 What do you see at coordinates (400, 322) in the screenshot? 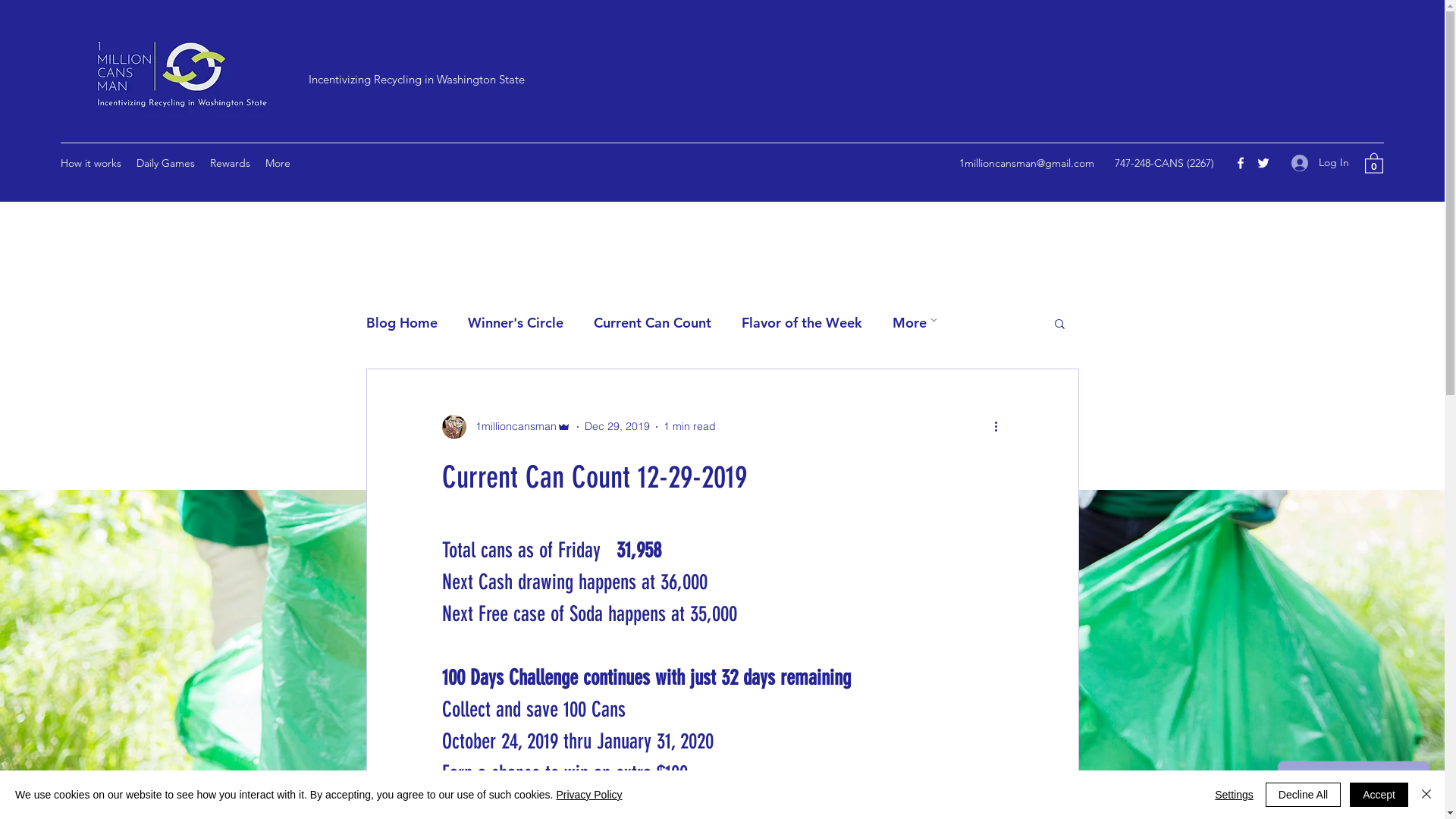
I see `'Blog Home'` at bounding box center [400, 322].